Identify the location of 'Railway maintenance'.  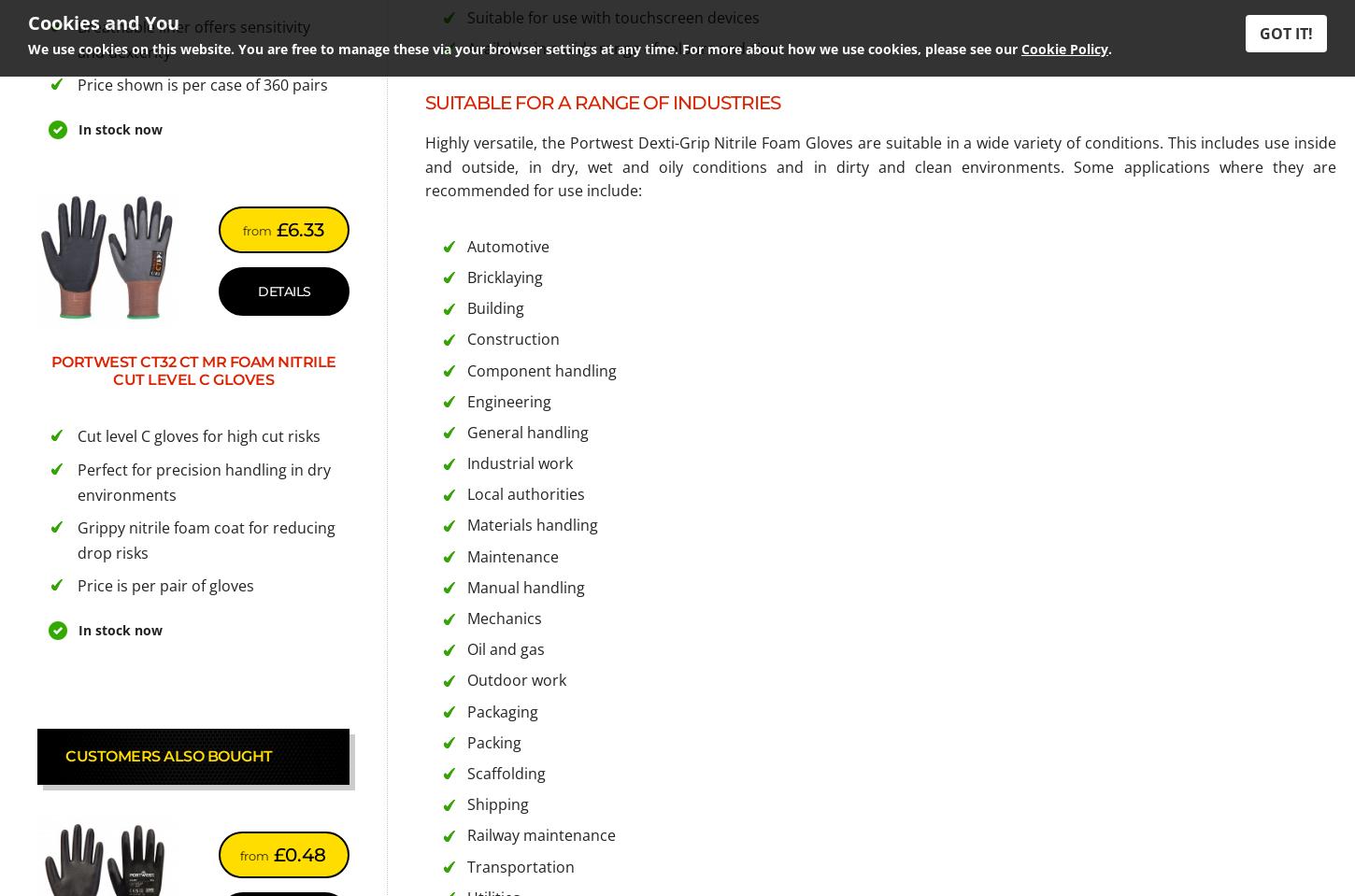
(541, 834).